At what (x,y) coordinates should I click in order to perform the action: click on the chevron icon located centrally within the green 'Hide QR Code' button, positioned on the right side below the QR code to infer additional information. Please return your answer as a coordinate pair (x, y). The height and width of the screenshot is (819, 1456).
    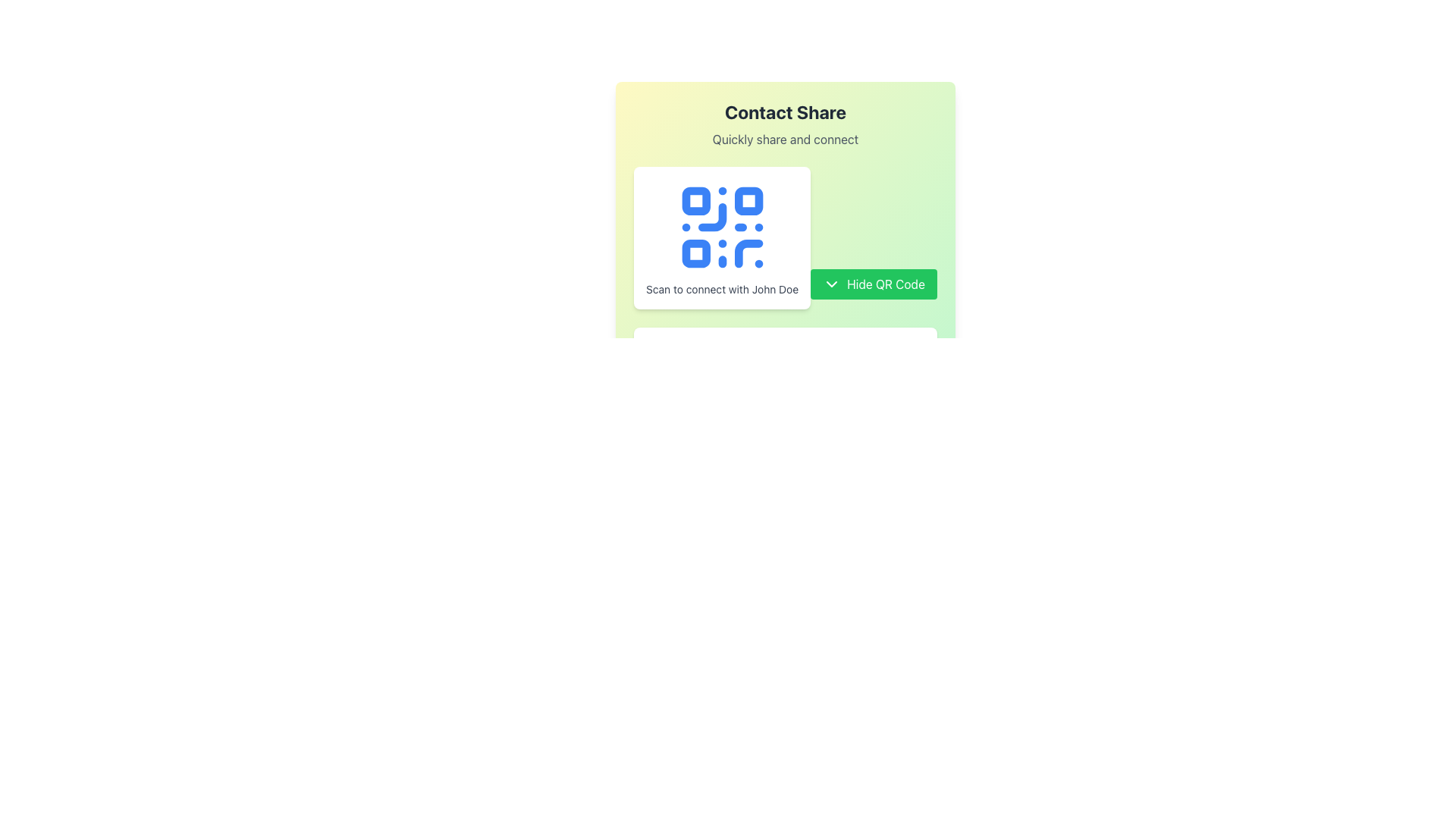
    Looking at the image, I should click on (831, 284).